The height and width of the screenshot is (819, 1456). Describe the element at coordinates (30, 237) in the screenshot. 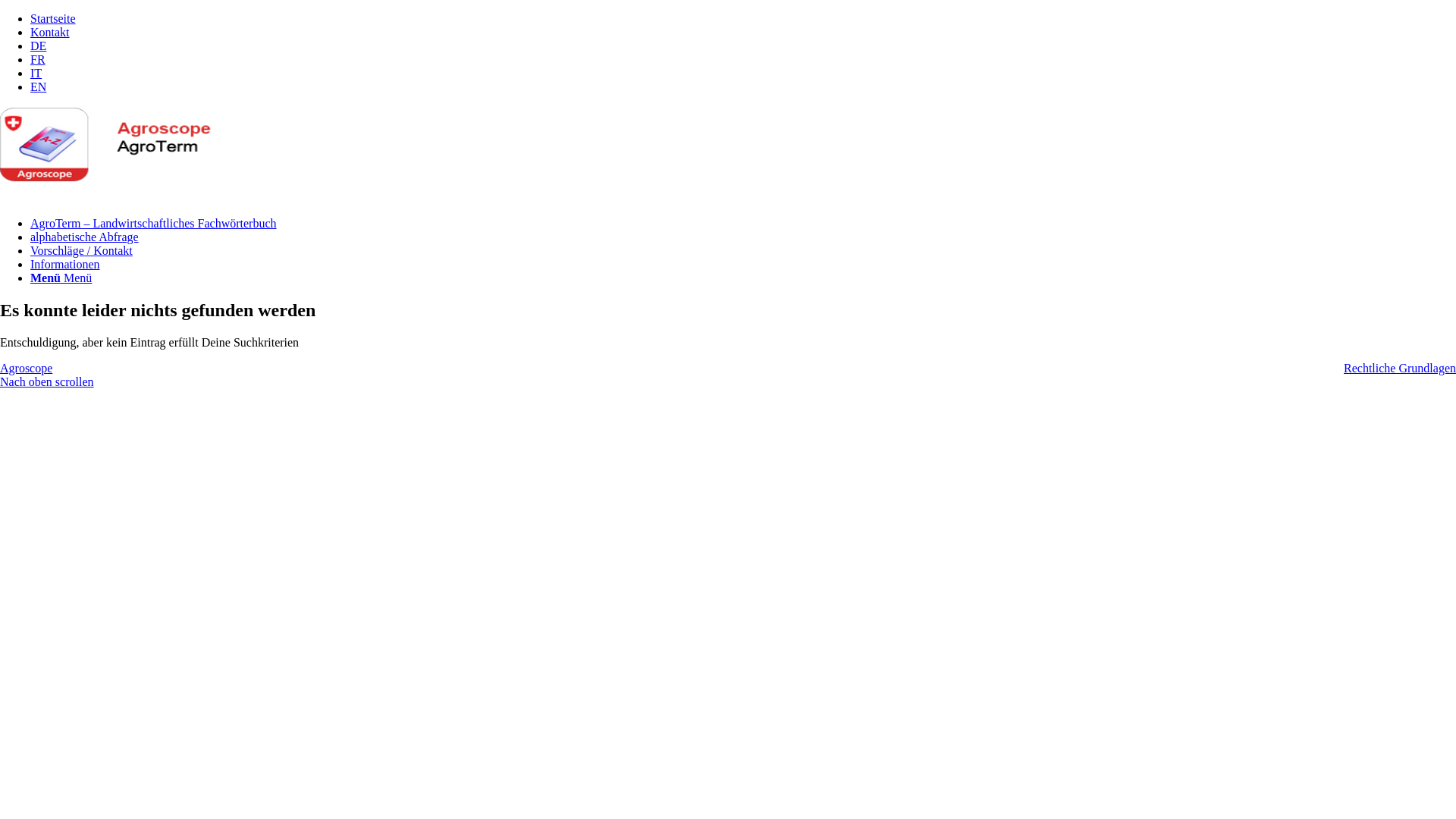

I see `'alphabetische Abfrage'` at that location.